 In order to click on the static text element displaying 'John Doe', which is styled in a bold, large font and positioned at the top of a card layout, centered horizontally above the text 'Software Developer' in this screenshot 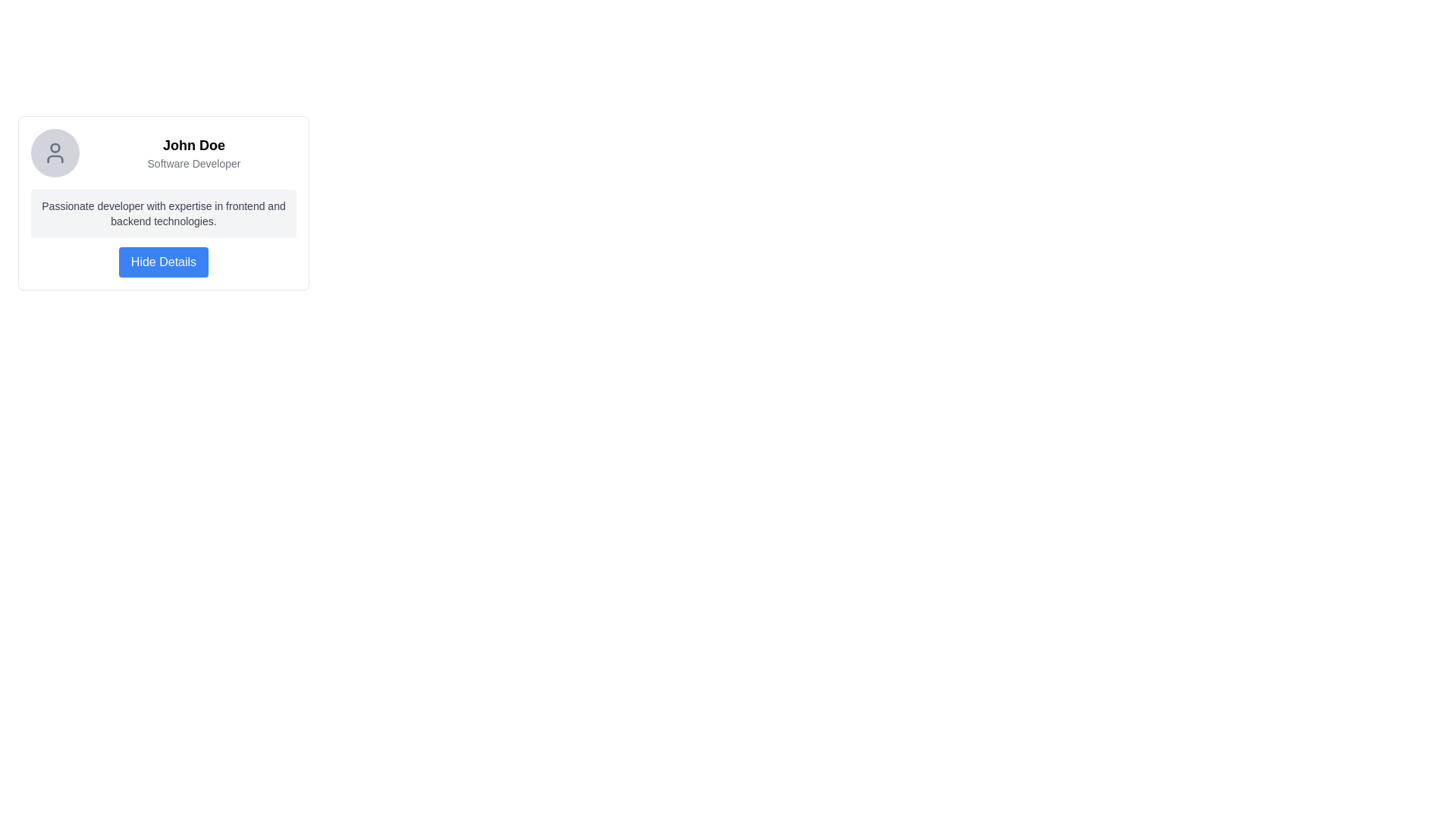, I will do `click(193, 146)`.